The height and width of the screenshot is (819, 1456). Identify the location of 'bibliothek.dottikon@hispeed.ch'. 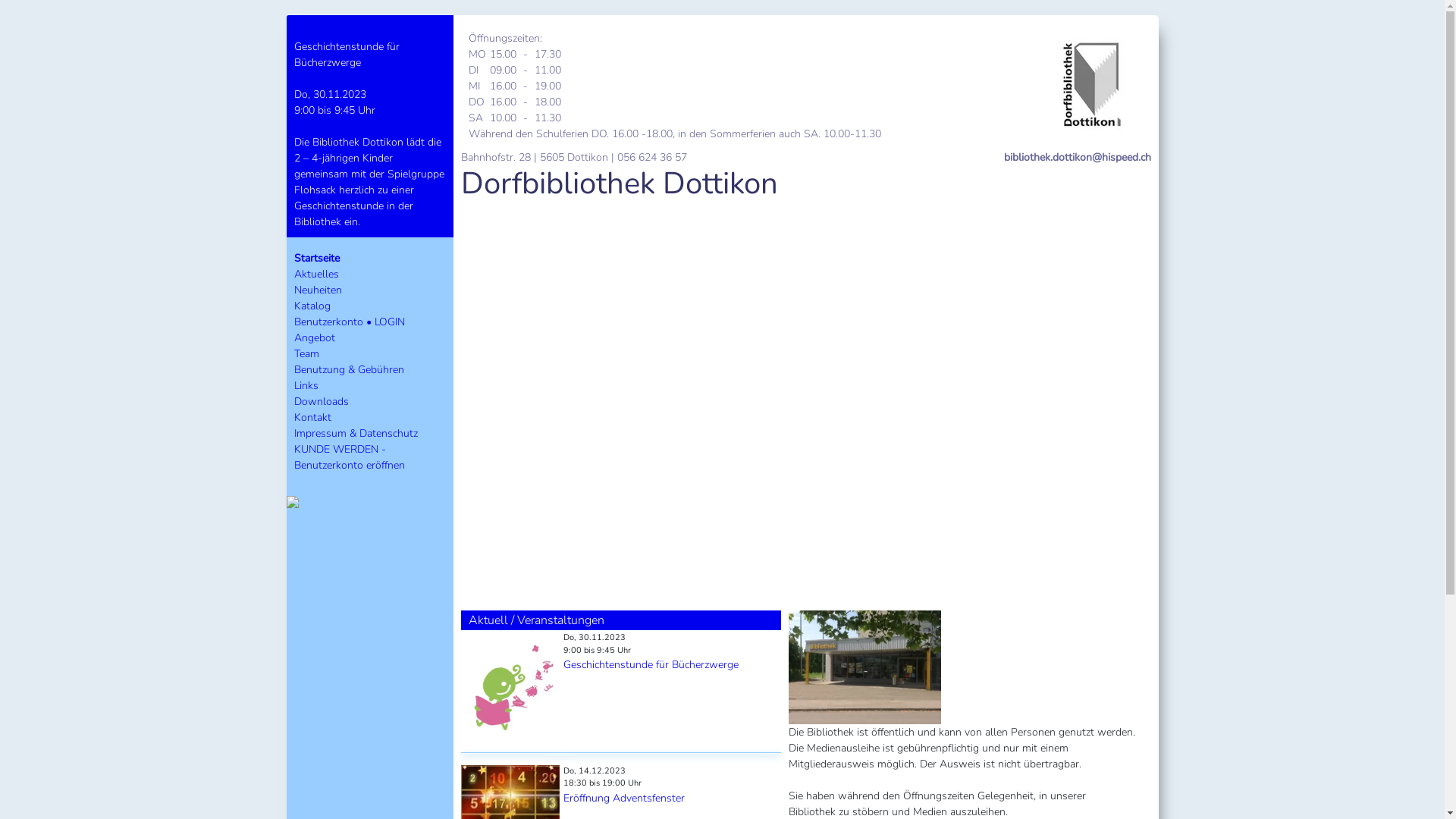
(1076, 157).